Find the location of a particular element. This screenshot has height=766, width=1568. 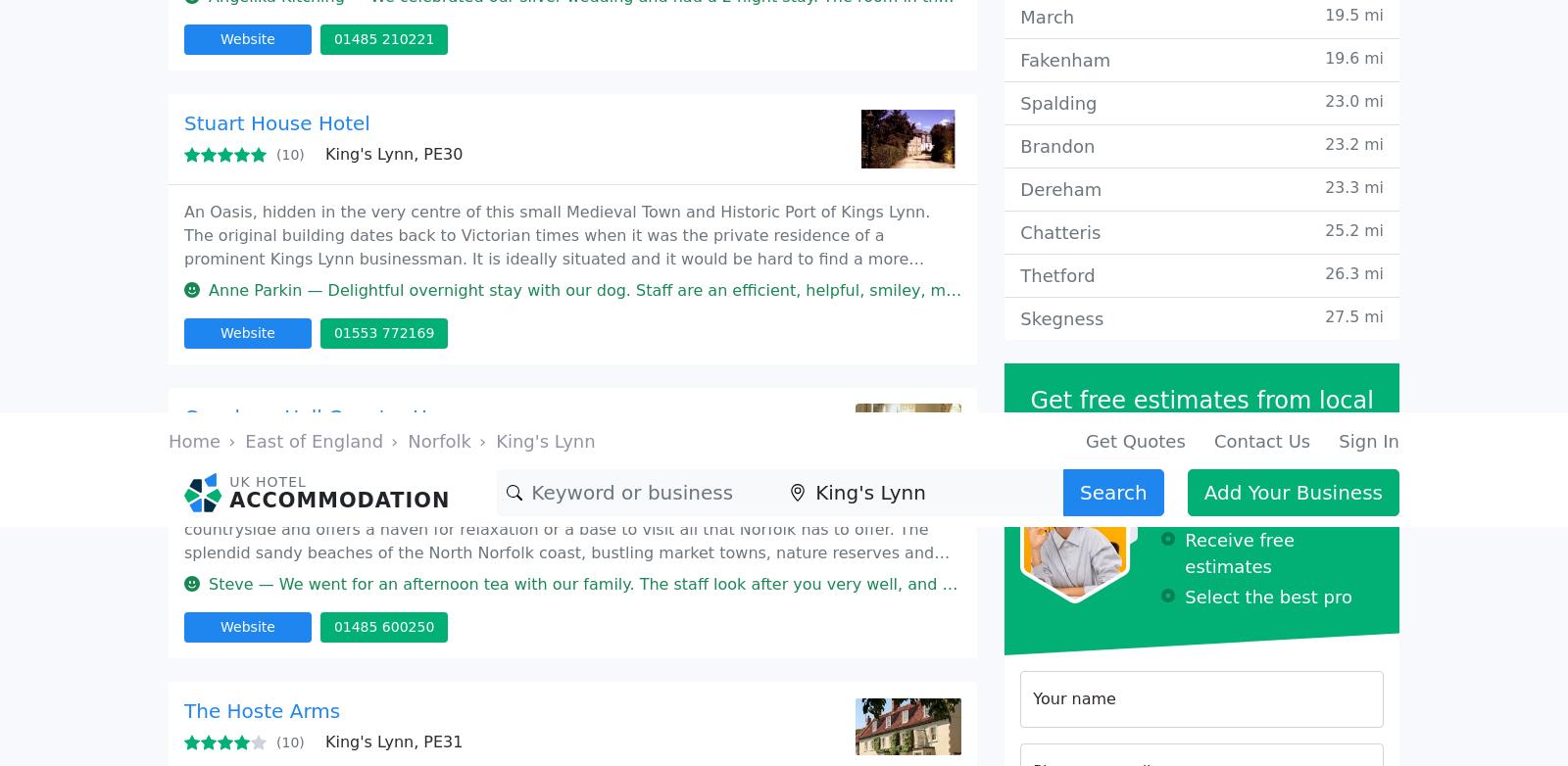

'UK Hotel' is located at coordinates (293, 207).